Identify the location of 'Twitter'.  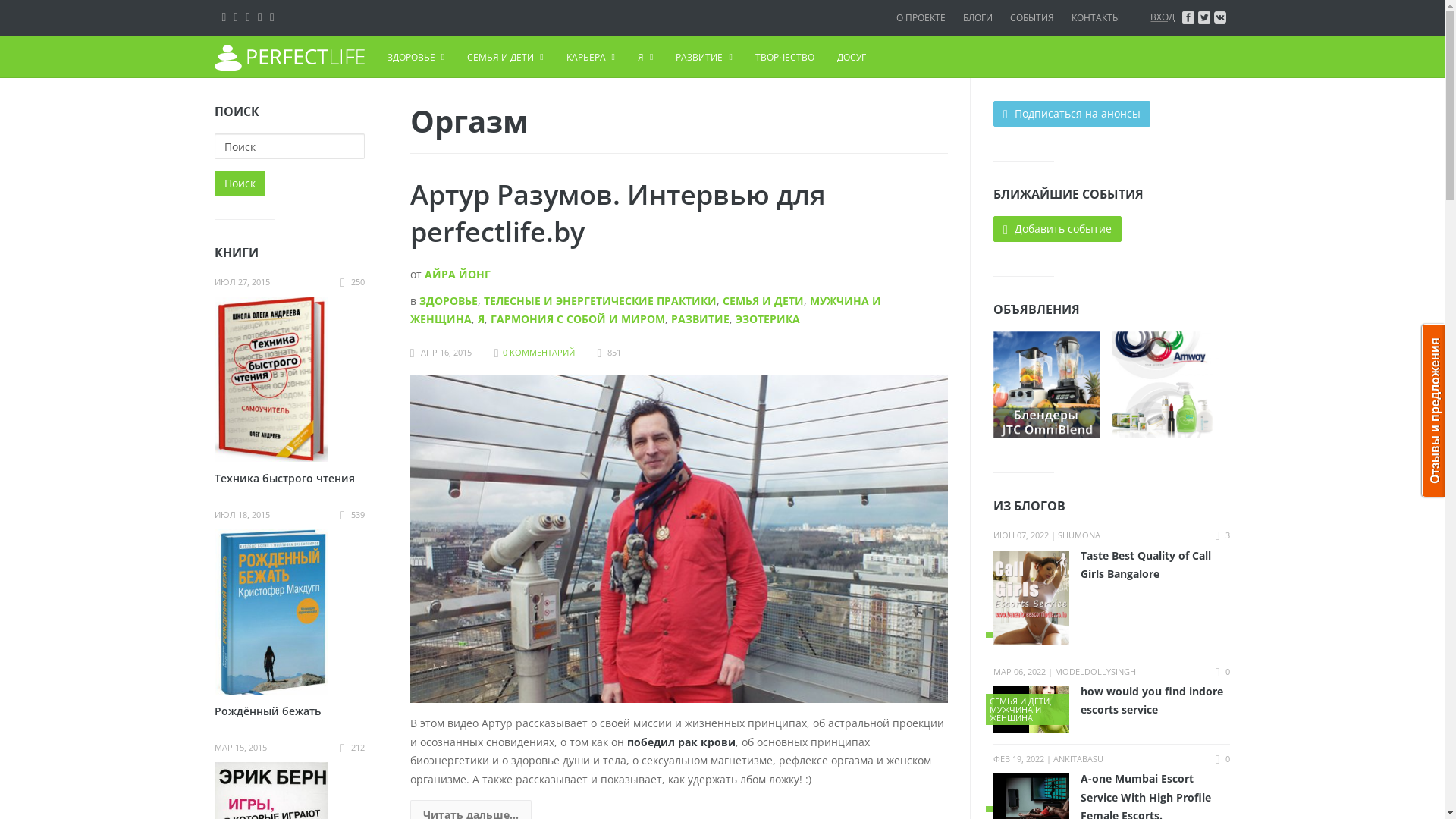
(247, 16).